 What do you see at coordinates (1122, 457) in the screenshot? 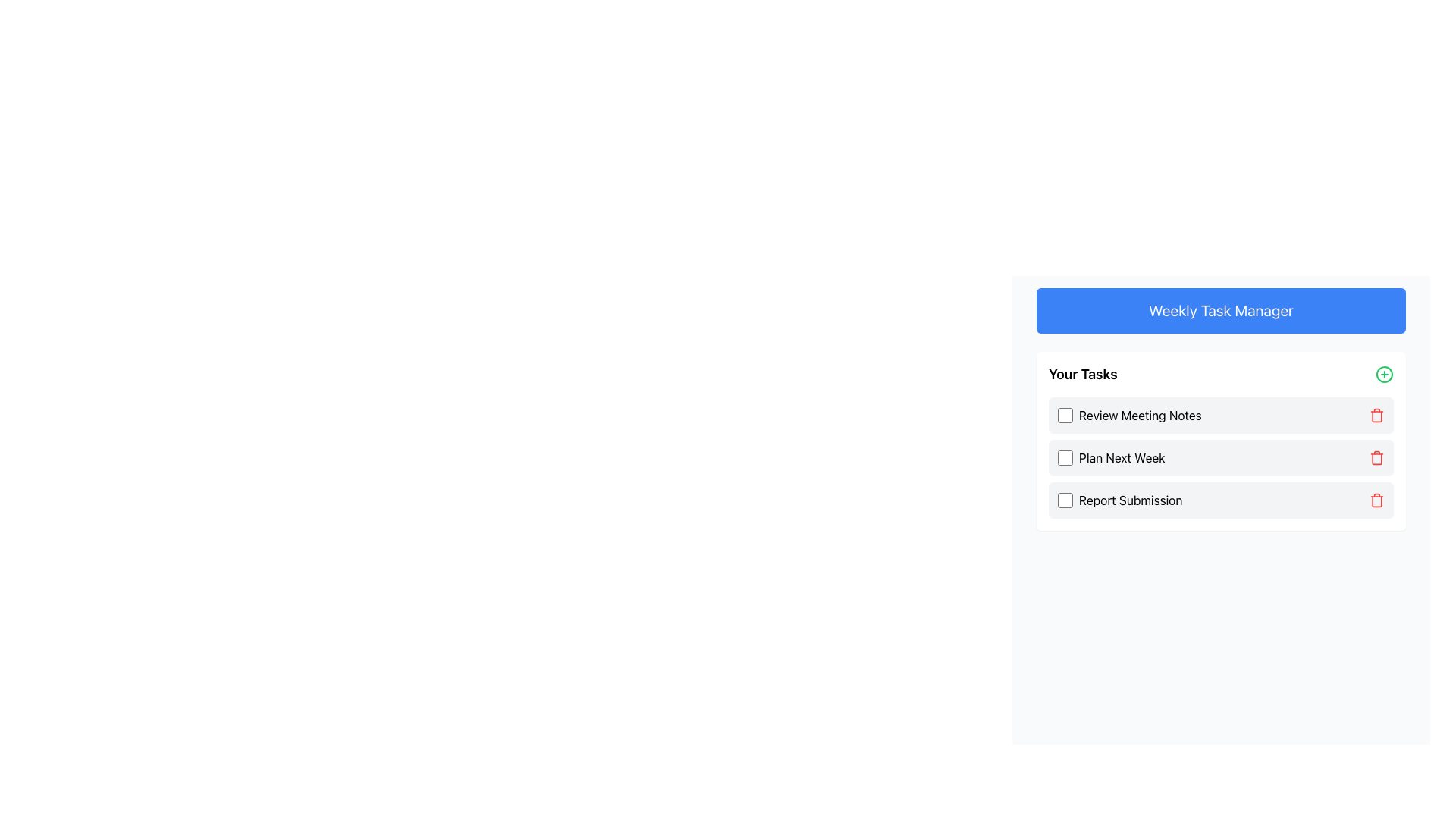
I see `text displayed in the second Text Label of the 'Your Tasks' list in the 'Weekly Task Manager' interface` at bounding box center [1122, 457].